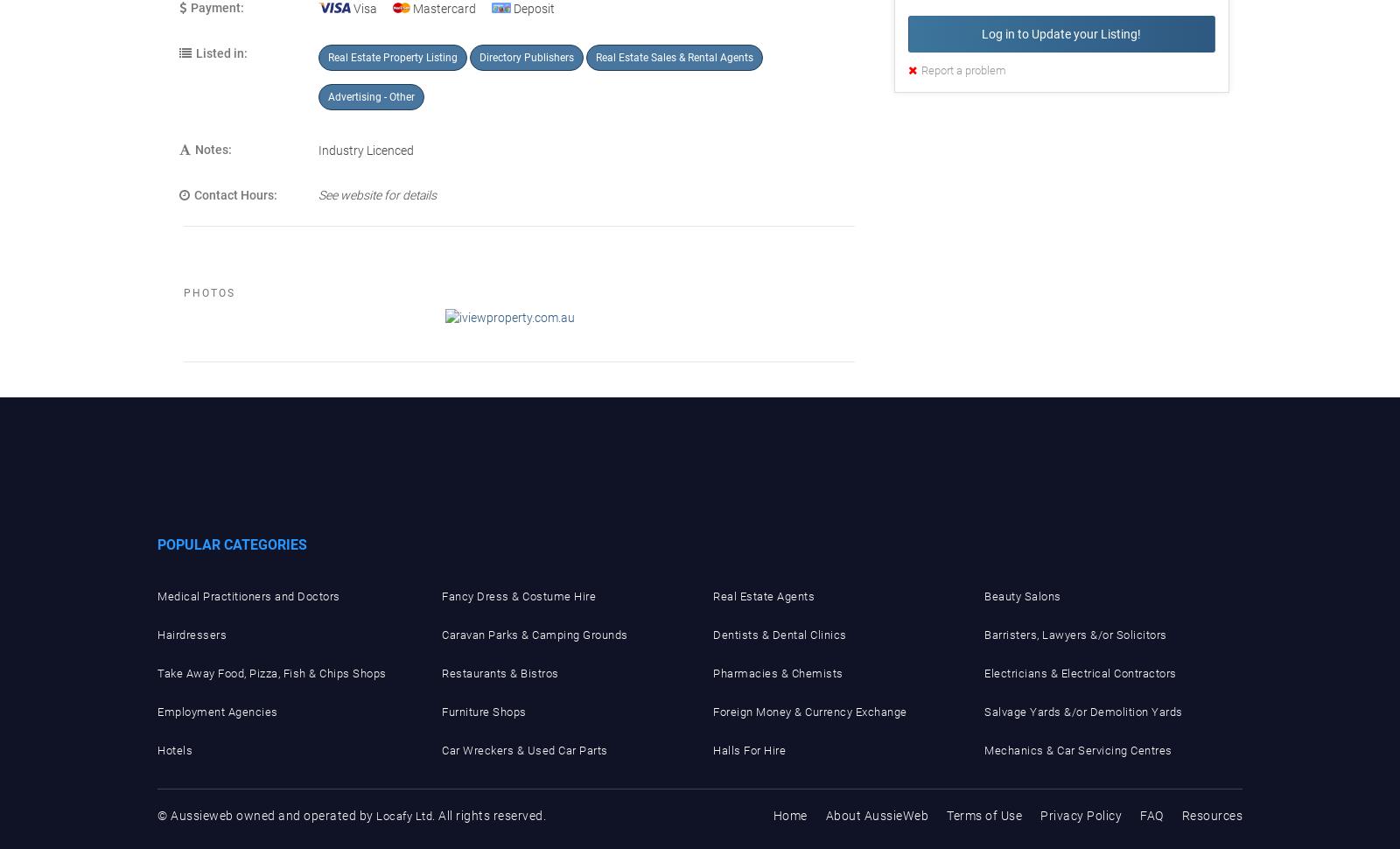  What do you see at coordinates (376, 195) in the screenshot?
I see `'See website for details'` at bounding box center [376, 195].